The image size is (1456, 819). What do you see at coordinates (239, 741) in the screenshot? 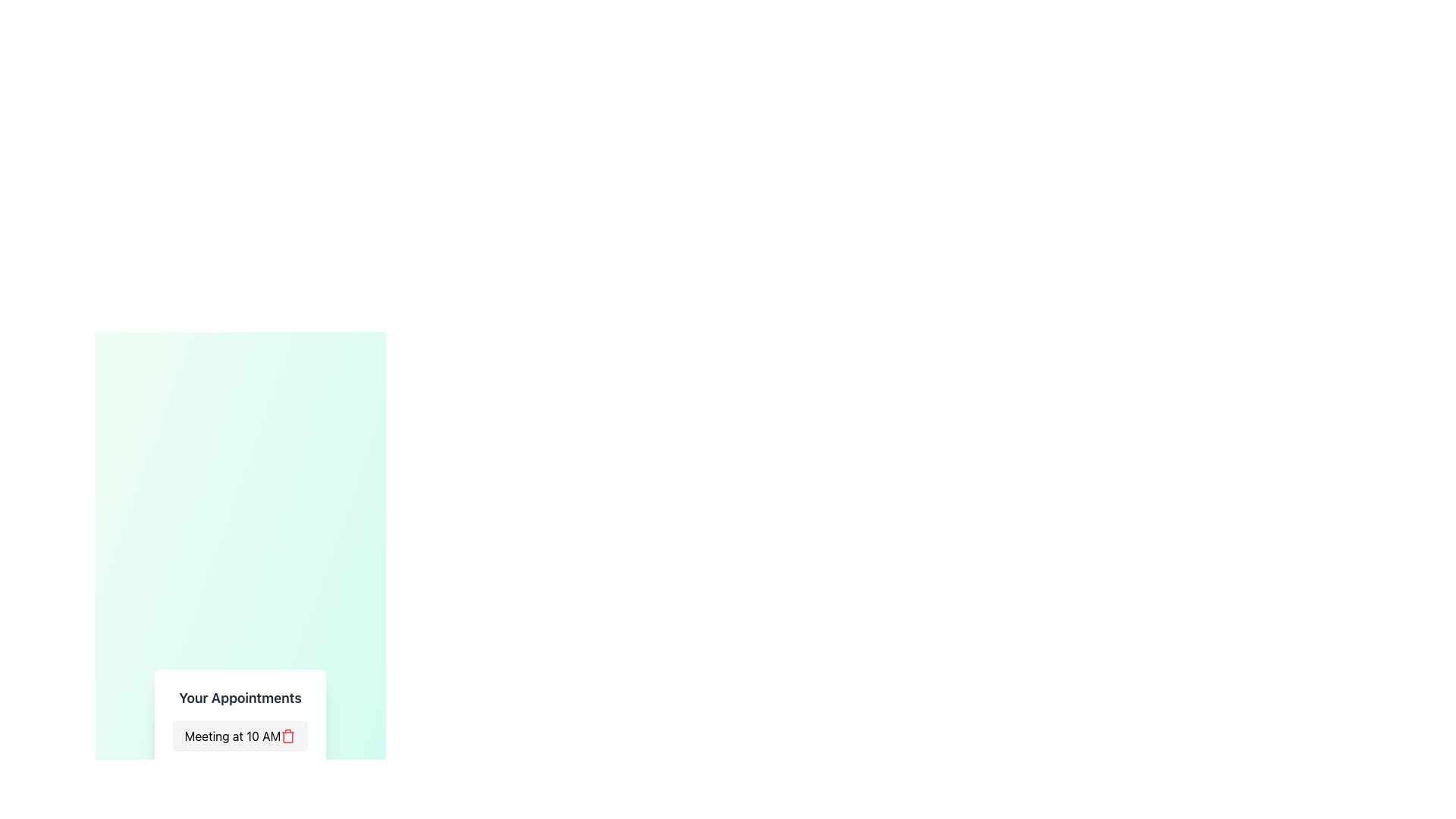
I see `the meeting schedule text 'Meeting at 10 AM' in the card component titled 'Your Appointments'` at bounding box center [239, 741].